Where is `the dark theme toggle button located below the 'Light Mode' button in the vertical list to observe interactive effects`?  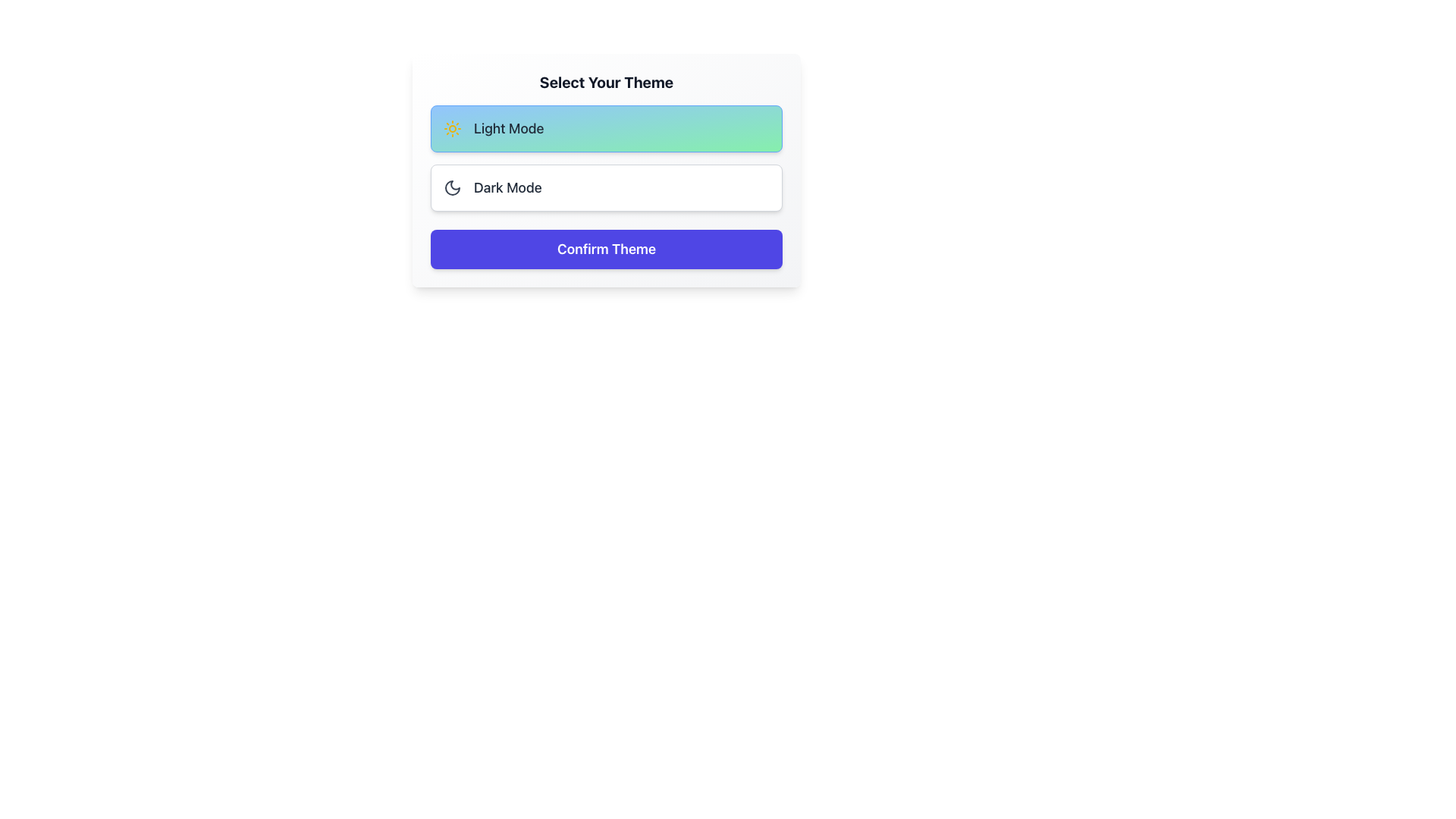 the dark theme toggle button located below the 'Light Mode' button in the vertical list to observe interactive effects is located at coordinates (607, 187).